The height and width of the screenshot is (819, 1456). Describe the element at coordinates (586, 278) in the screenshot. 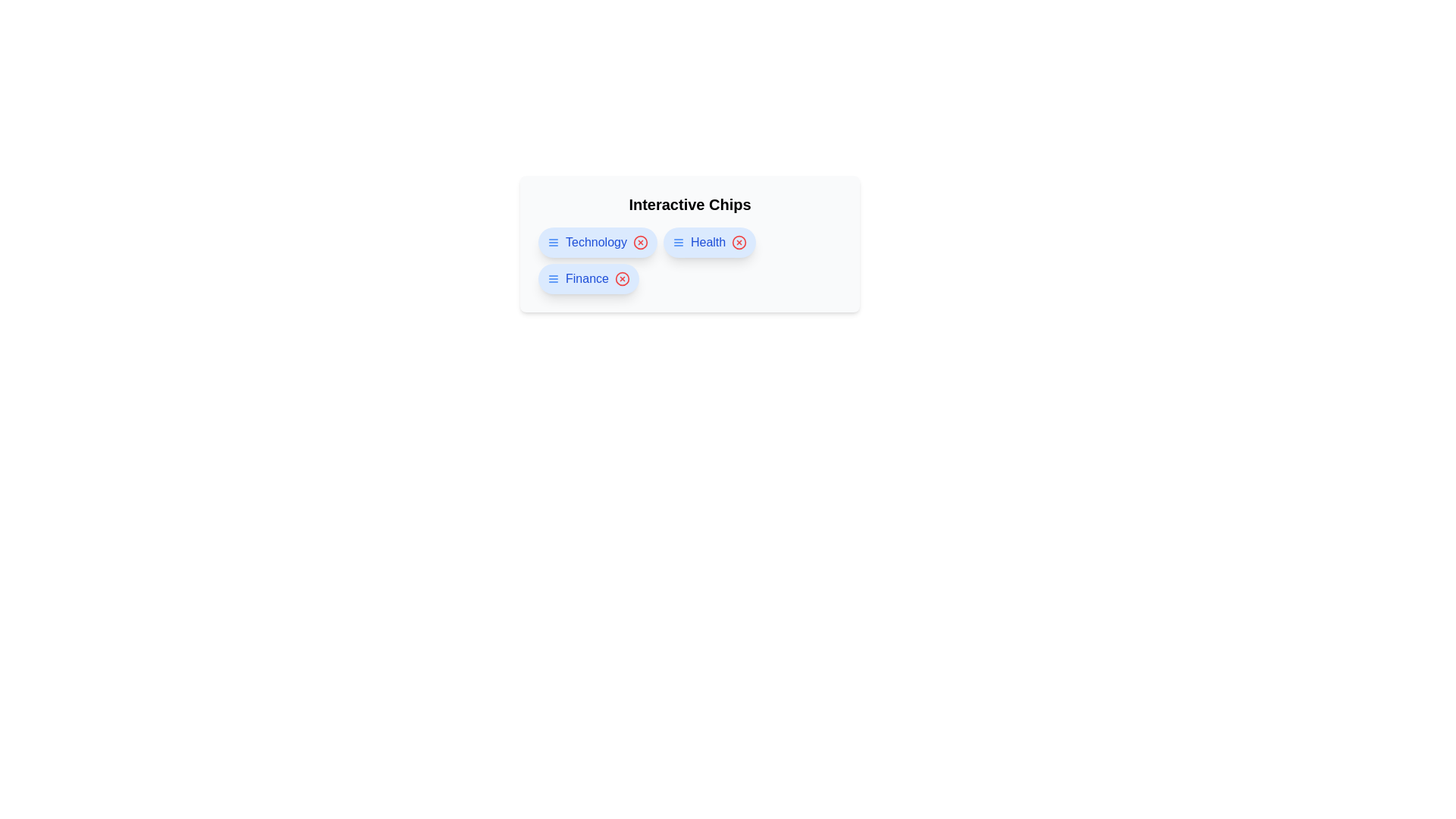

I see `the chip labeled Finance to navigate to its link` at that location.